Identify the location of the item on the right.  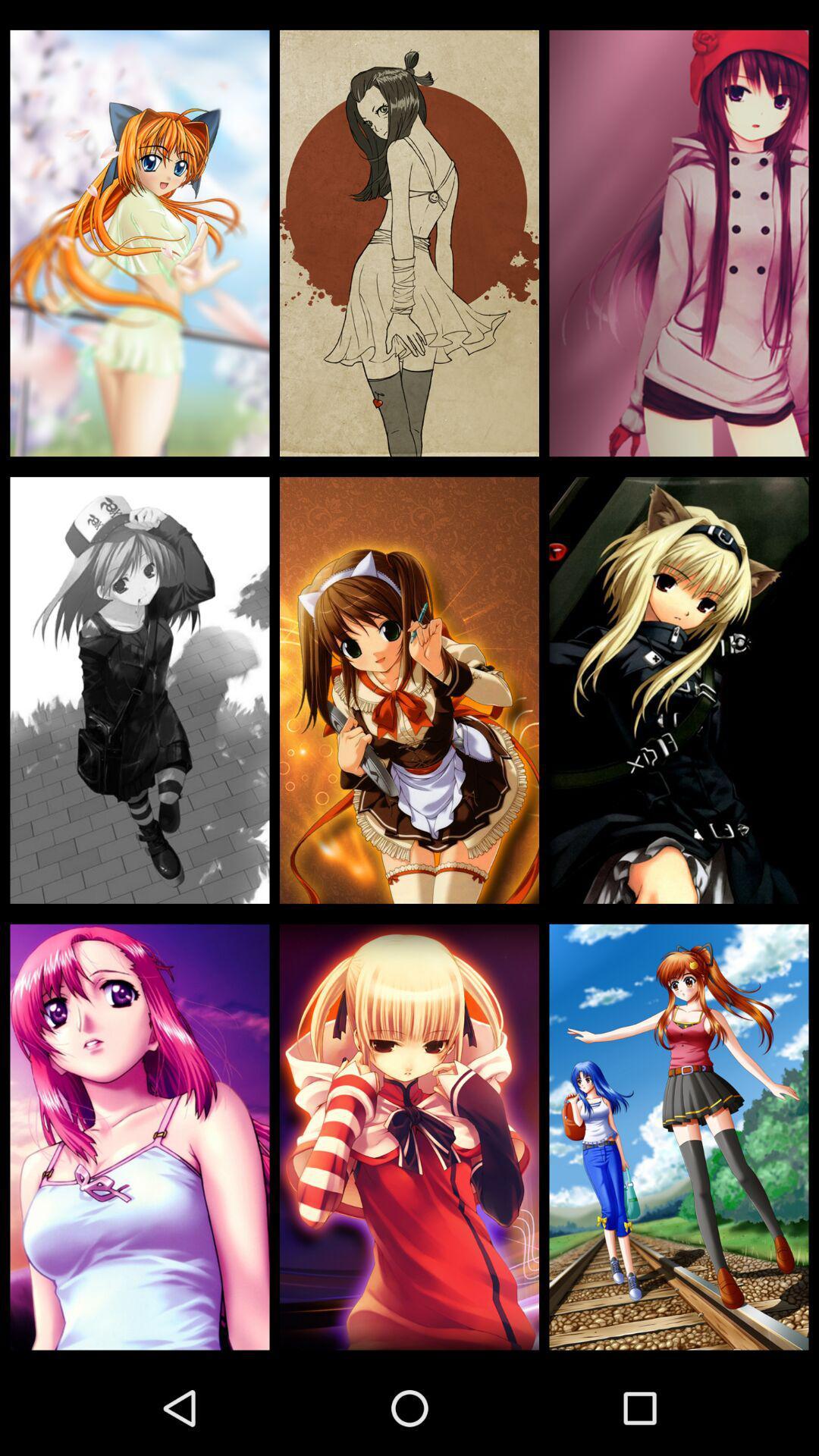
(678, 689).